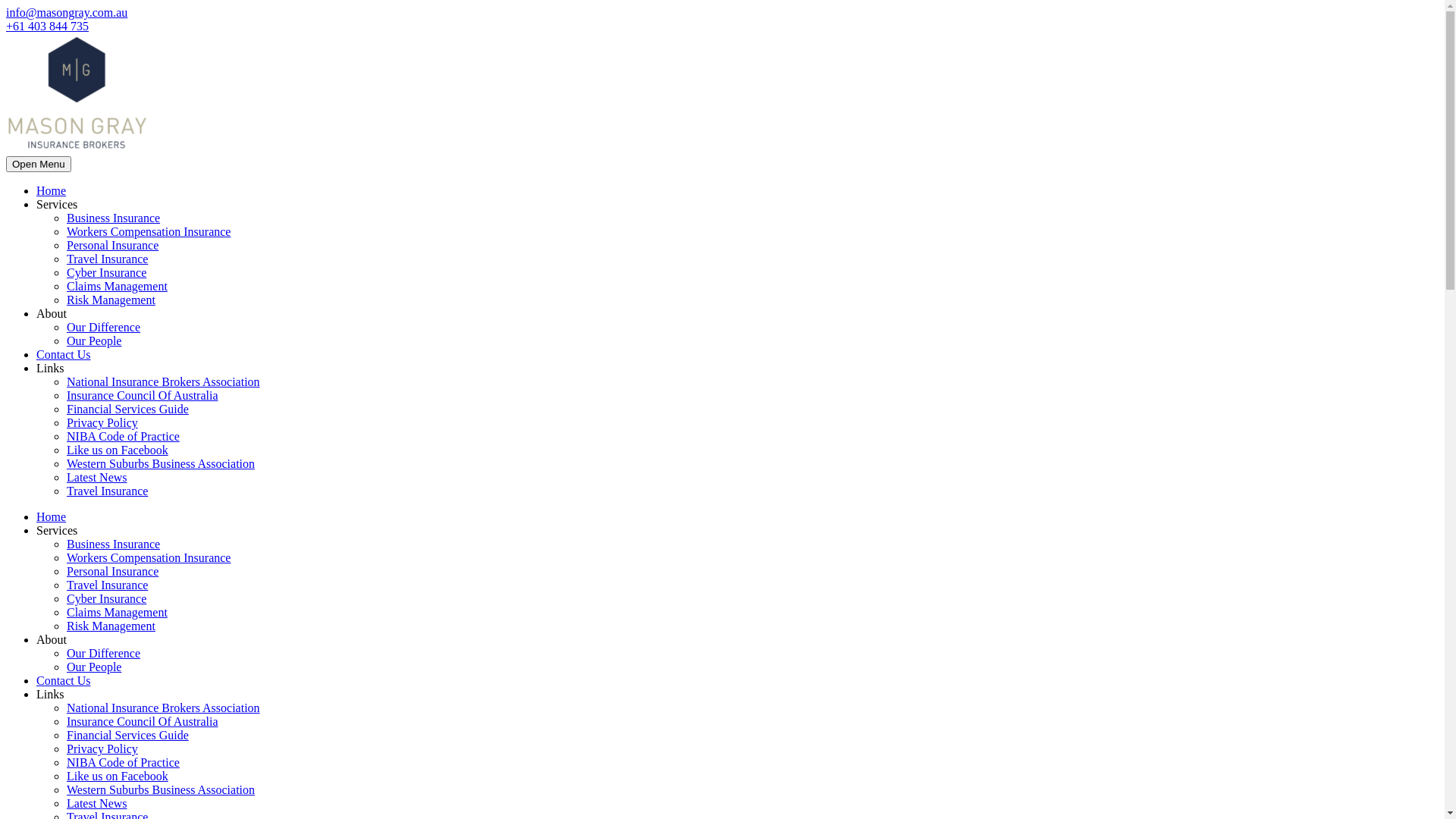 Image resolution: width=1456 pixels, height=819 pixels. Describe the element at coordinates (101, 748) in the screenshot. I see `'Privacy Policy'` at that location.